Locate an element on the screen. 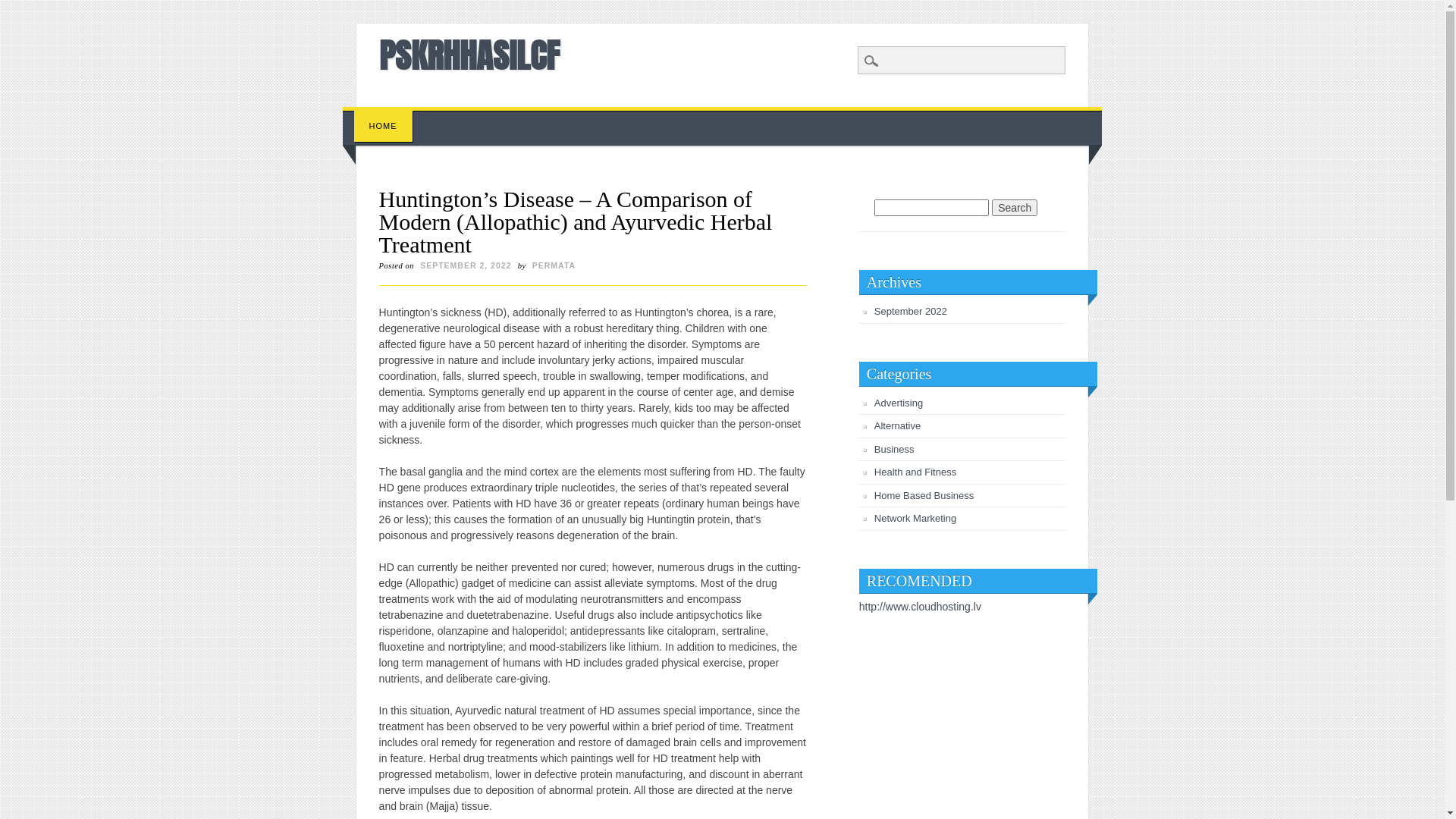  'Home Based Business' is located at coordinates (924, 495).